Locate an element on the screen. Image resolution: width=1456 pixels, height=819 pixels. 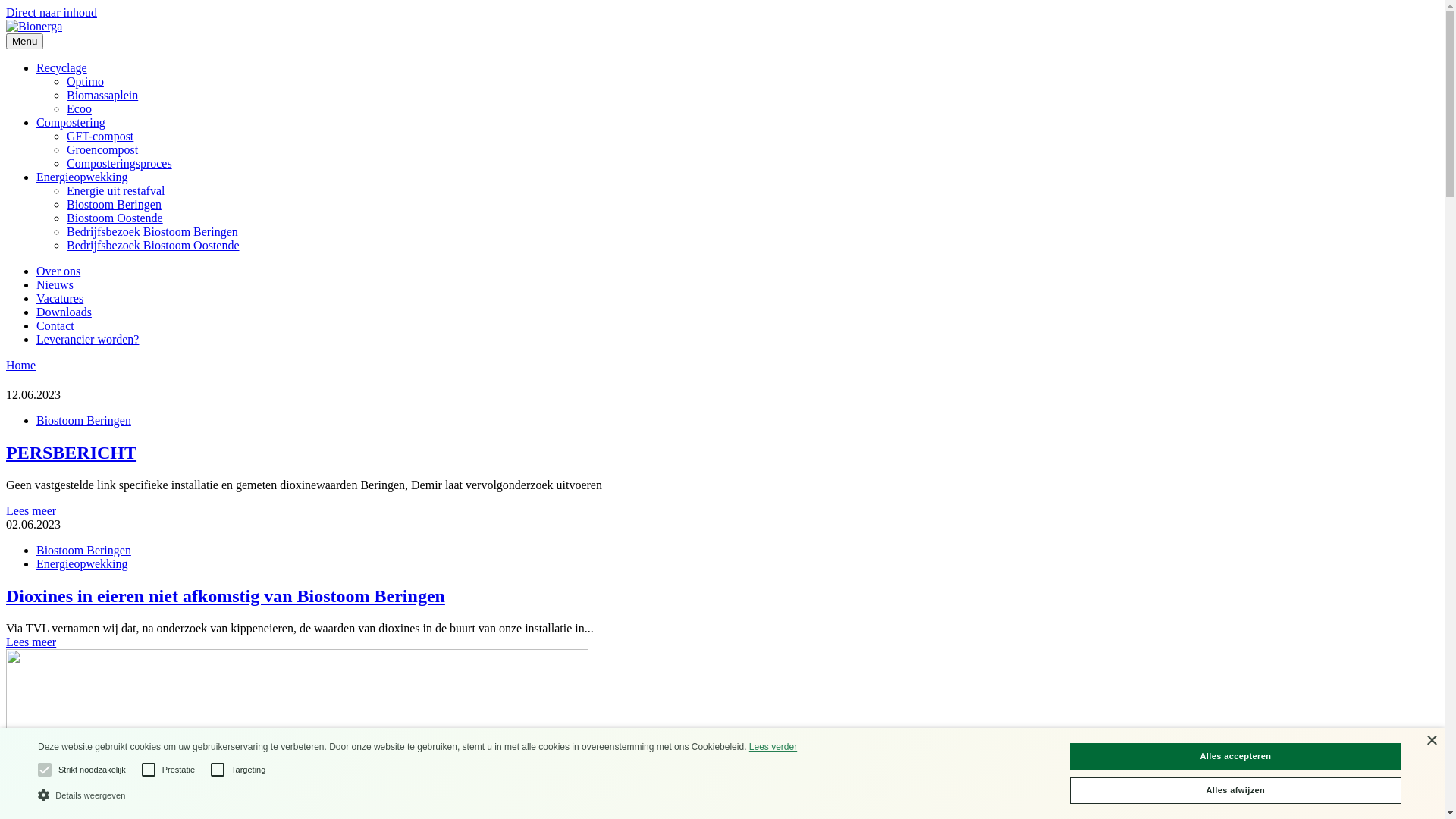
'Optimo' is located at coordinates (65, 81).